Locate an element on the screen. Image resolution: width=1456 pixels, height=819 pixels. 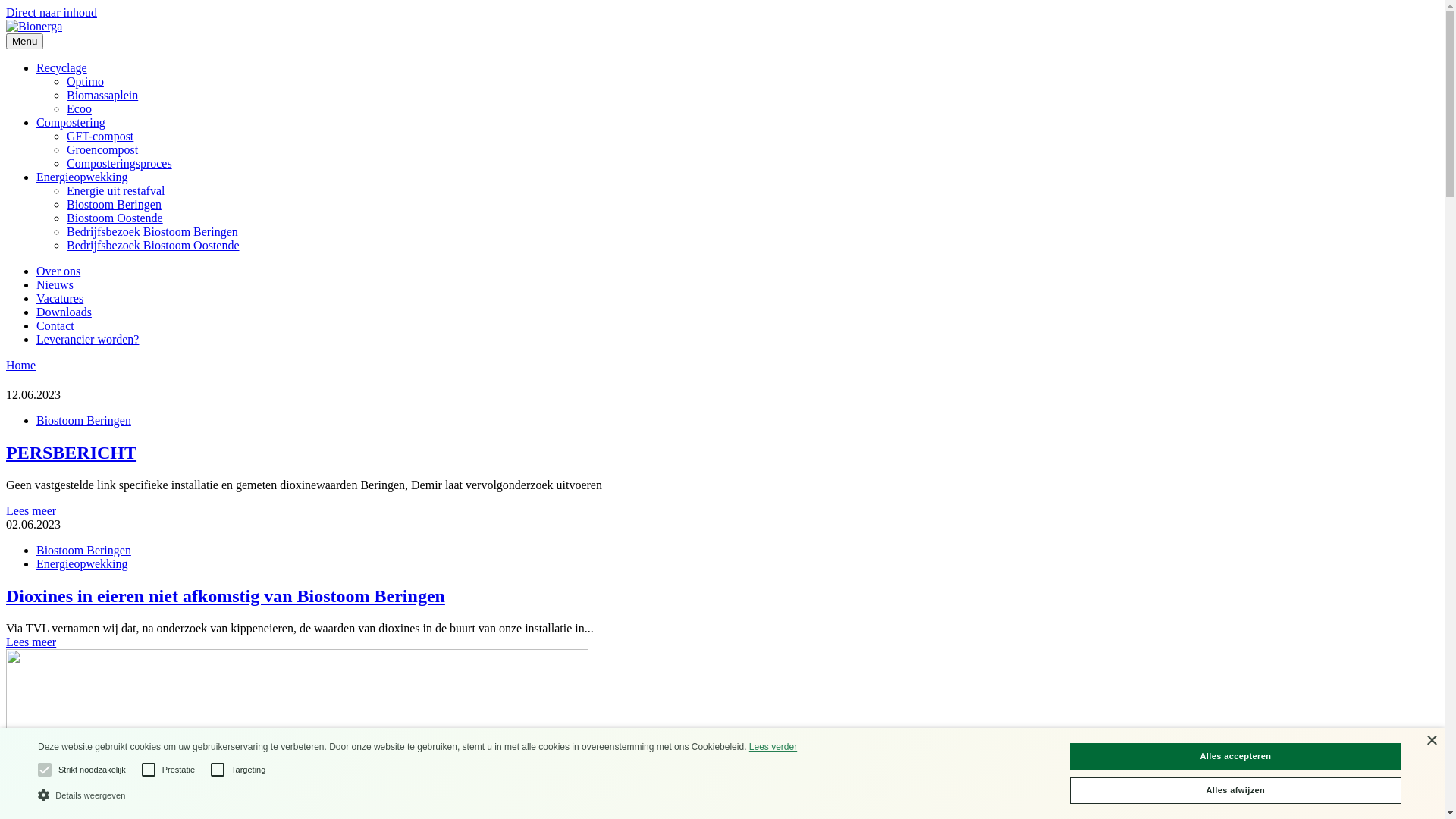
'Optimo' is located at coordinates (65, 81).